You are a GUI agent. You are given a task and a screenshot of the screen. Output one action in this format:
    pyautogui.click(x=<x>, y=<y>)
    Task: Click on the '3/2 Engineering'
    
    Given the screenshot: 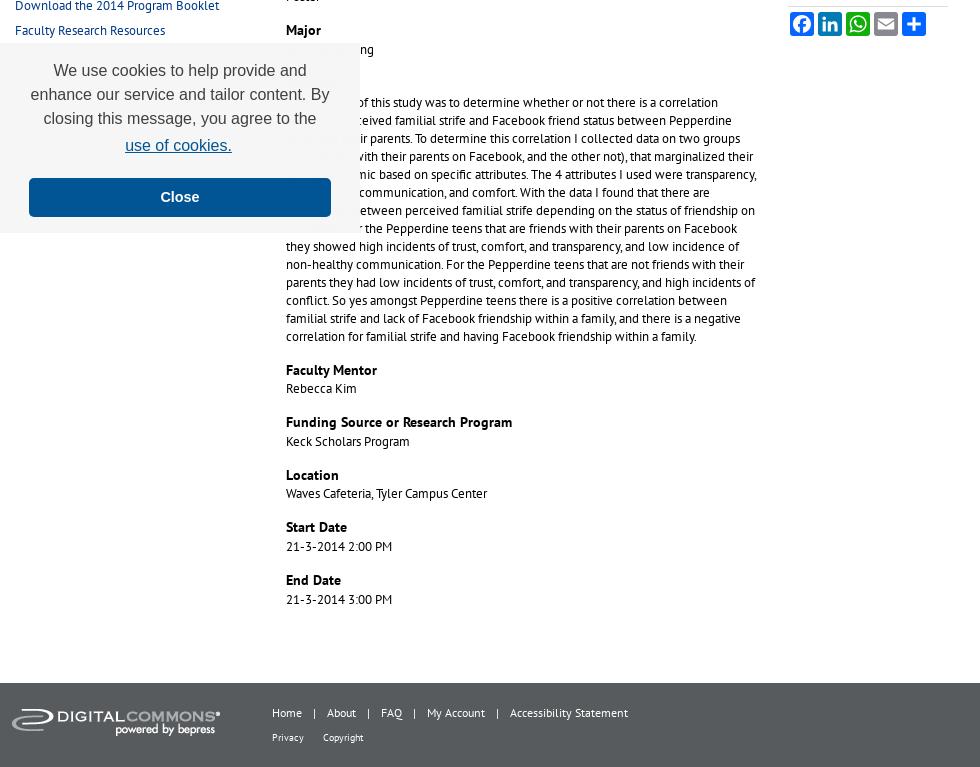 What is the action you would take?
    pyautogui.click(x=329, y=48)
    